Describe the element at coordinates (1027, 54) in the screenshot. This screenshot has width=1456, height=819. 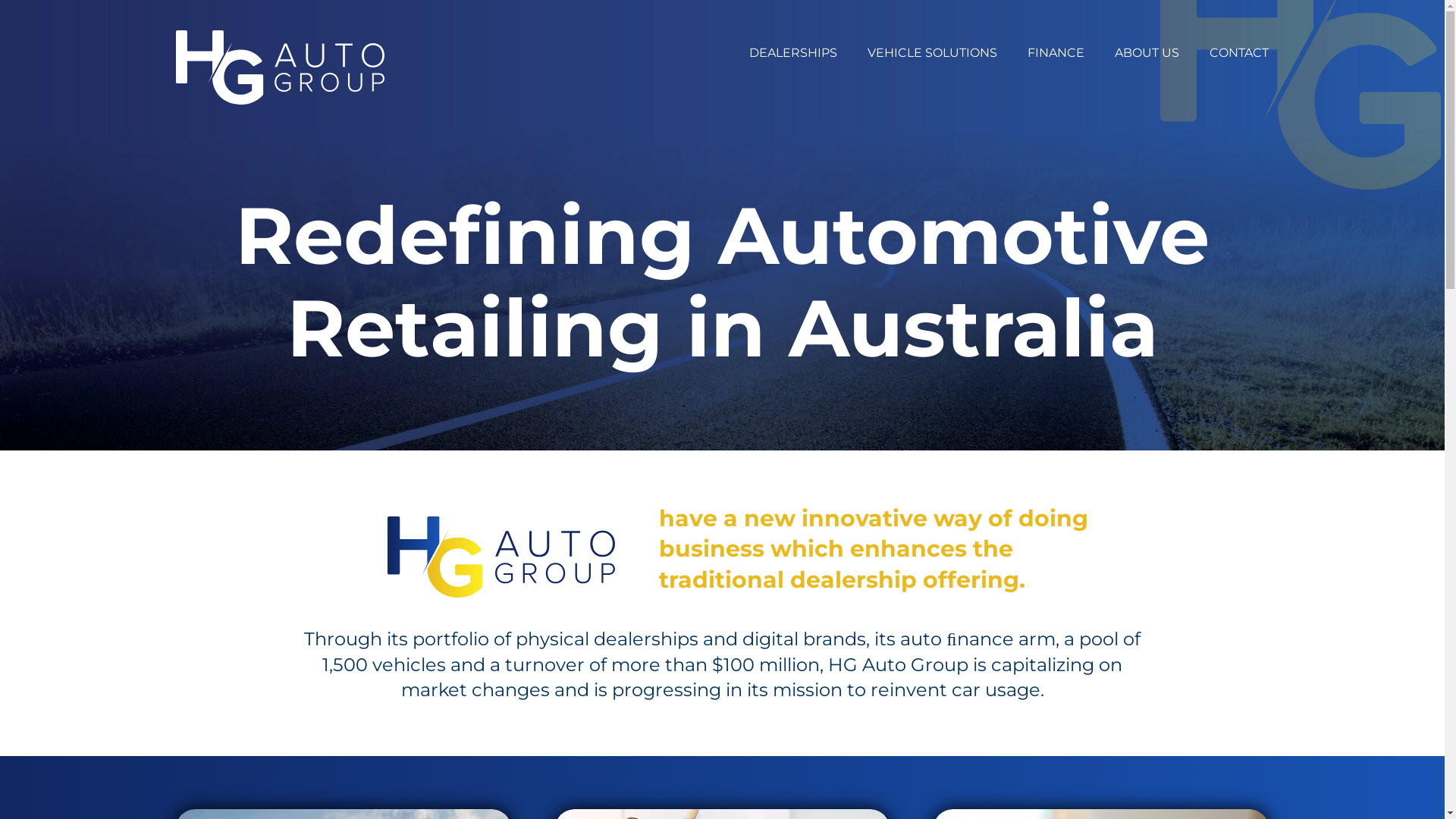
I see `'FINANCE'` at that location.